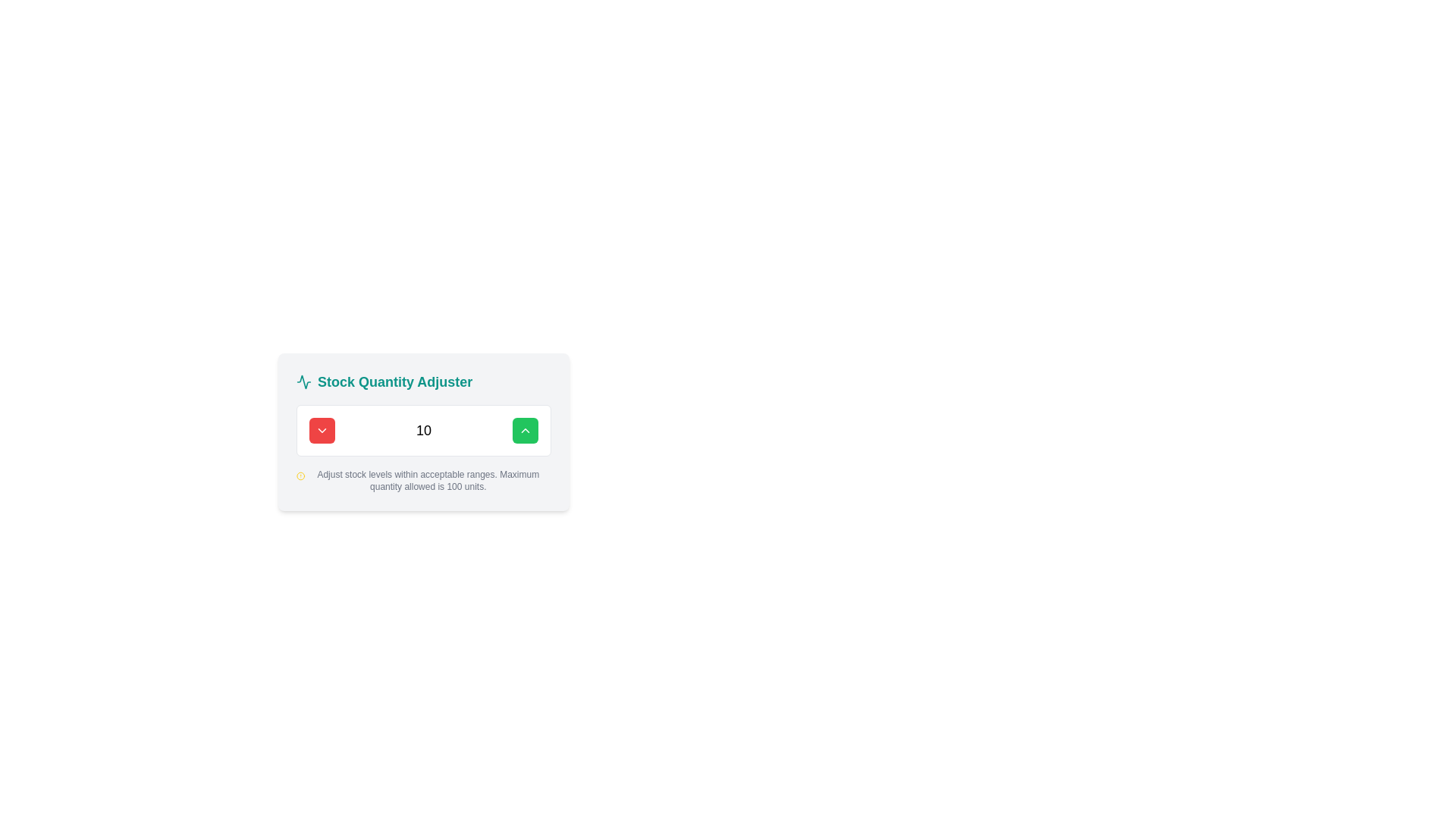 The image size is (1456, 819). I want to click on inside the rectangular text input field that displays the numerical value '10' in black bold font to focus and edit the content, so click(423, 430).